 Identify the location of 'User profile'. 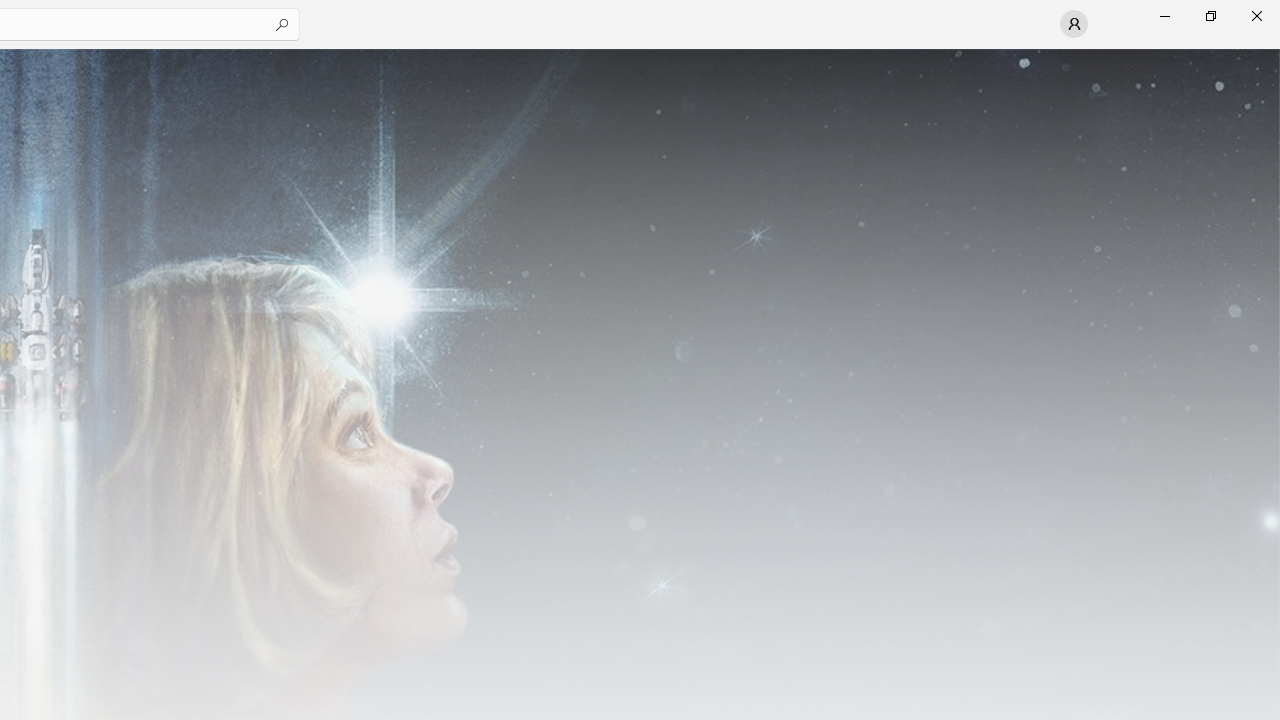
(1072, 24).